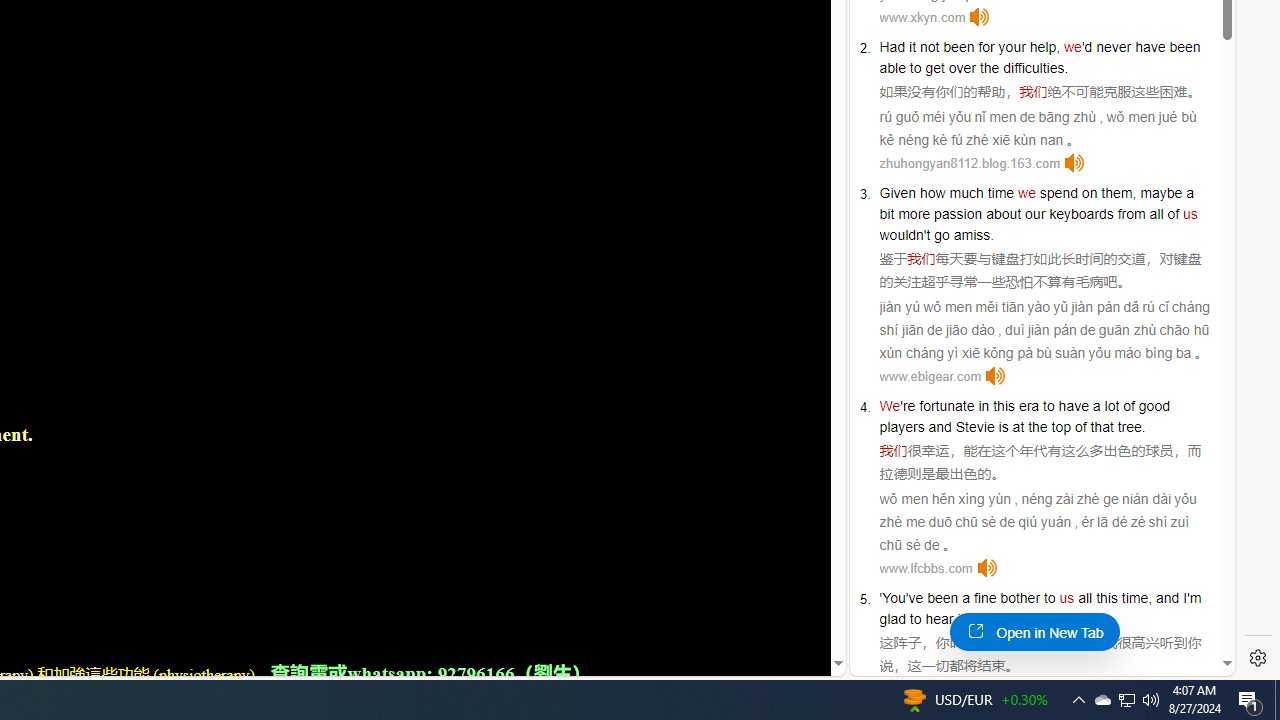  Describe the element at coordinates (896, 192) in the screenshot. I see `'Given'` at that location.